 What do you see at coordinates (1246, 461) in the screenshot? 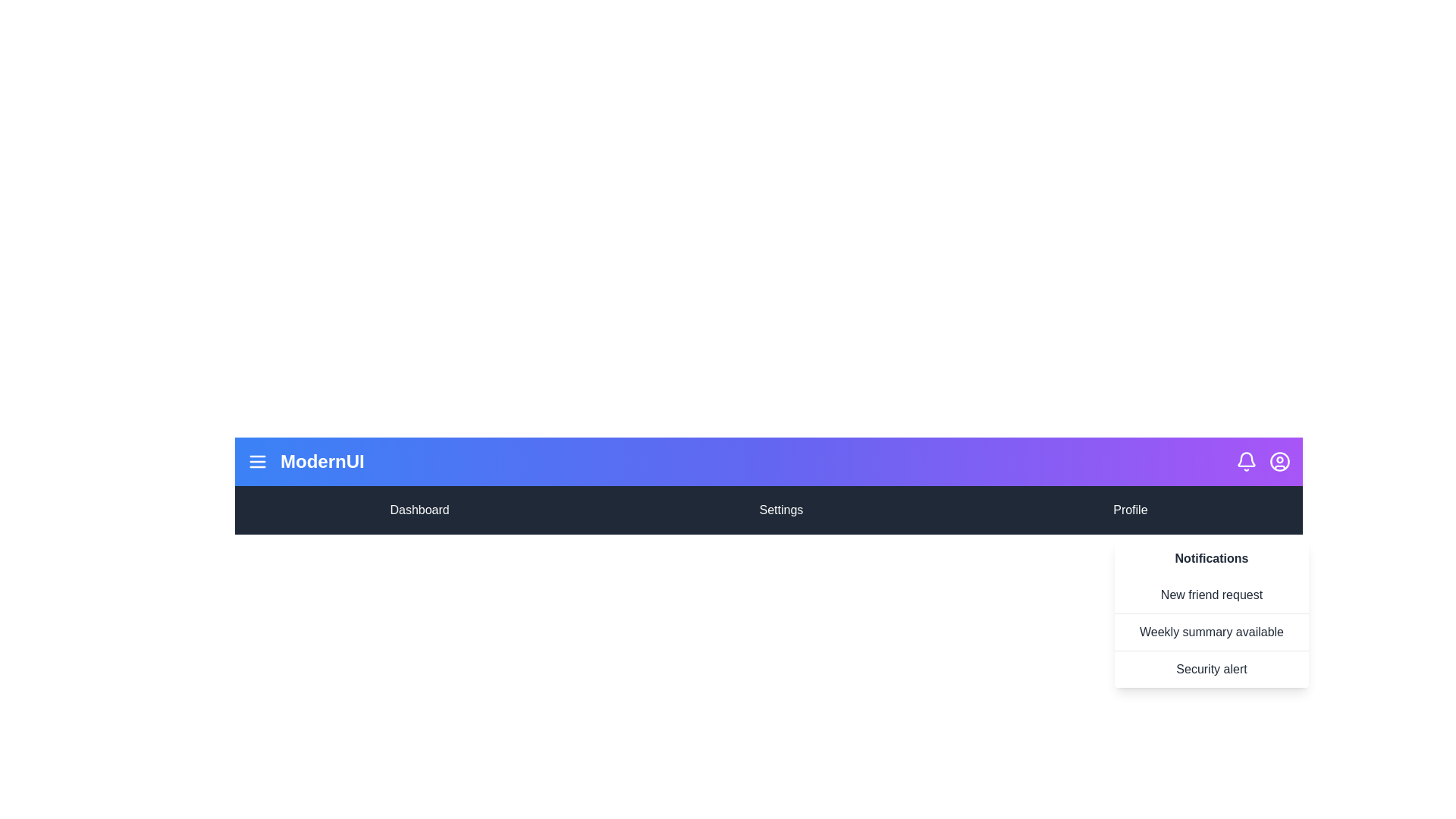
I see `the bell icon to toggle the notifications visibility` at bounding box center [1246, 461].